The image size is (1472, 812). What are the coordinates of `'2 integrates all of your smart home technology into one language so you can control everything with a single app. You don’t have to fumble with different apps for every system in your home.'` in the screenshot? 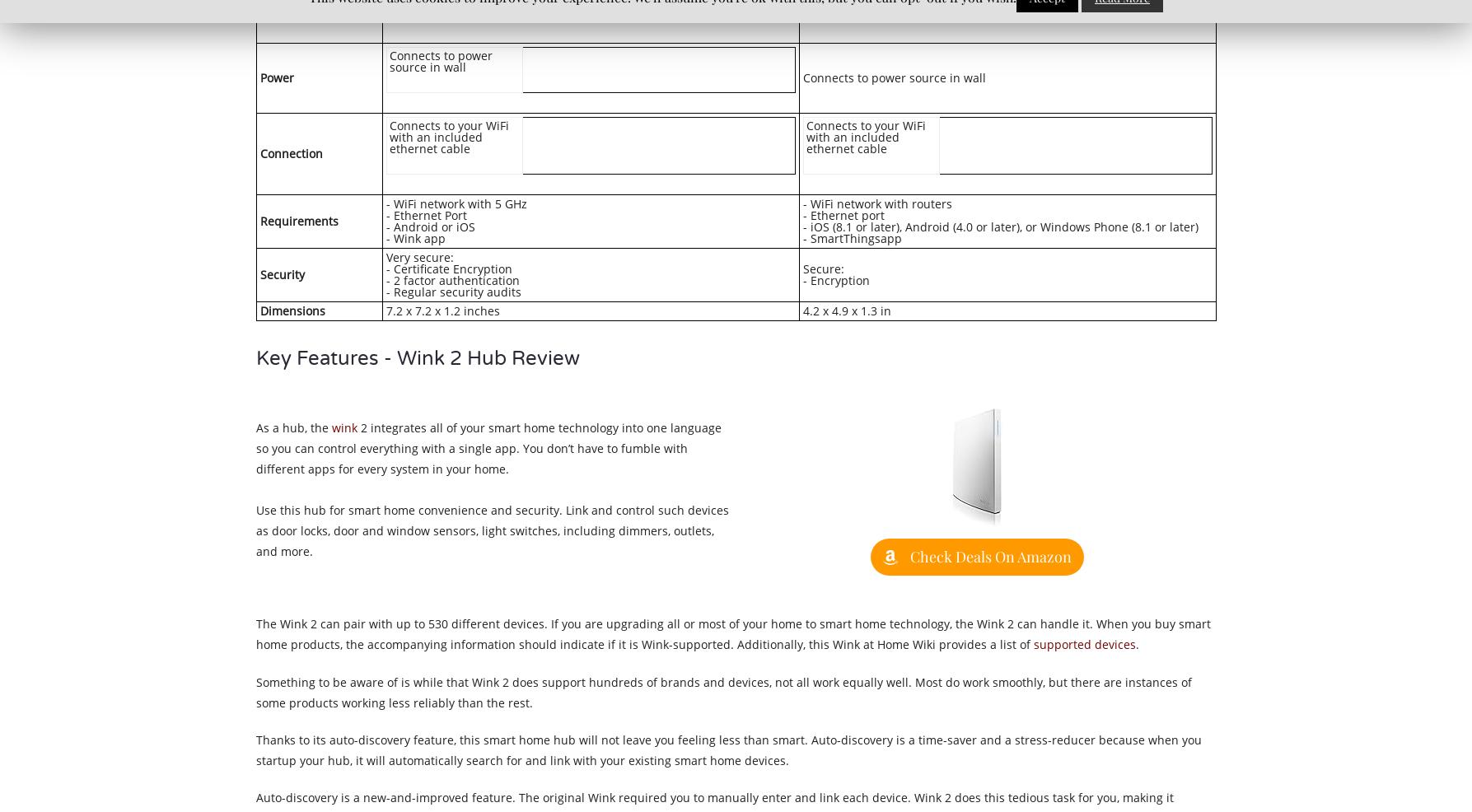 It's located at (487, 446).